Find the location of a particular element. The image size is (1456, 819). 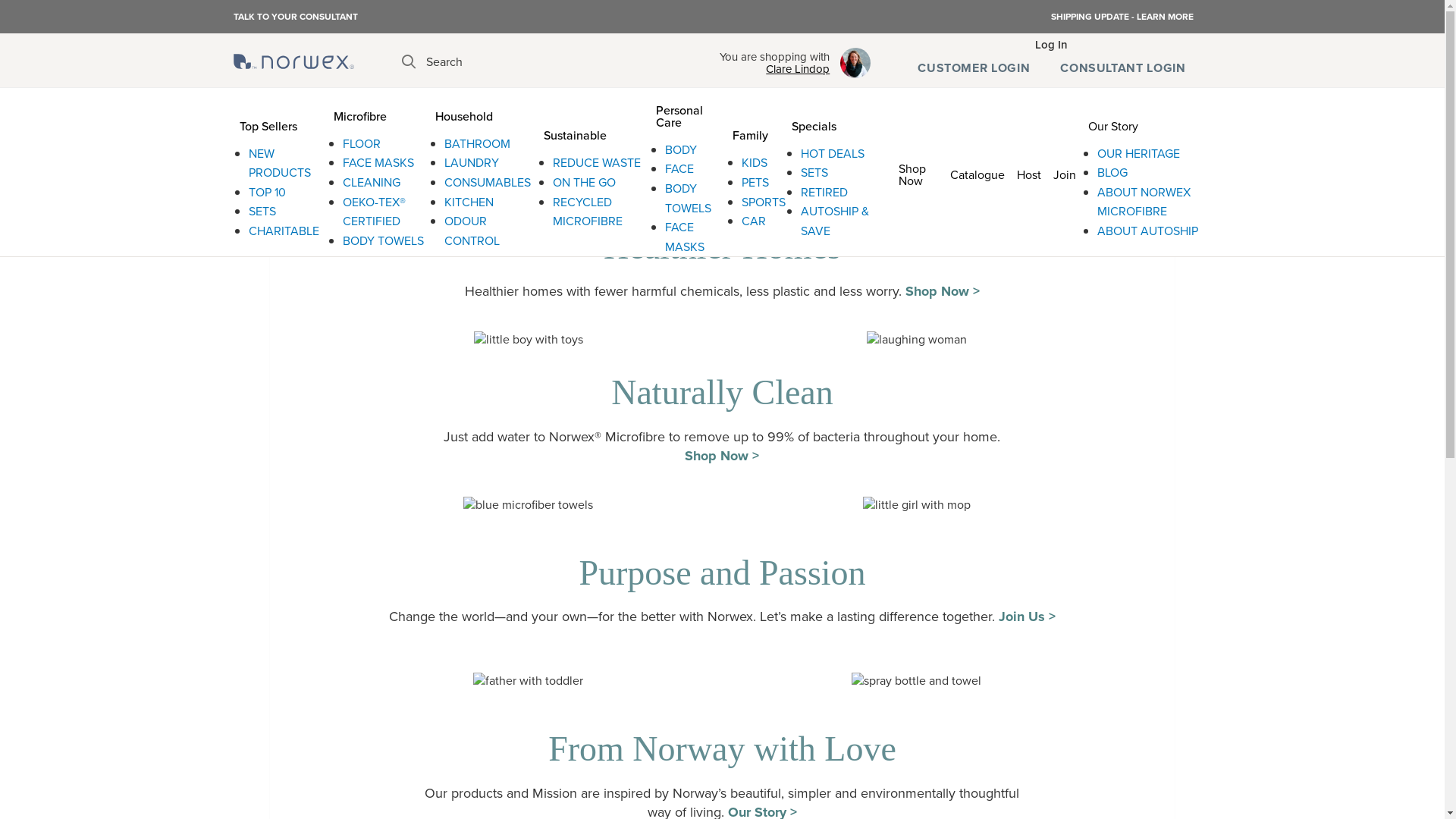

'CONSUMABLES' is located at coordinates (488, 181).